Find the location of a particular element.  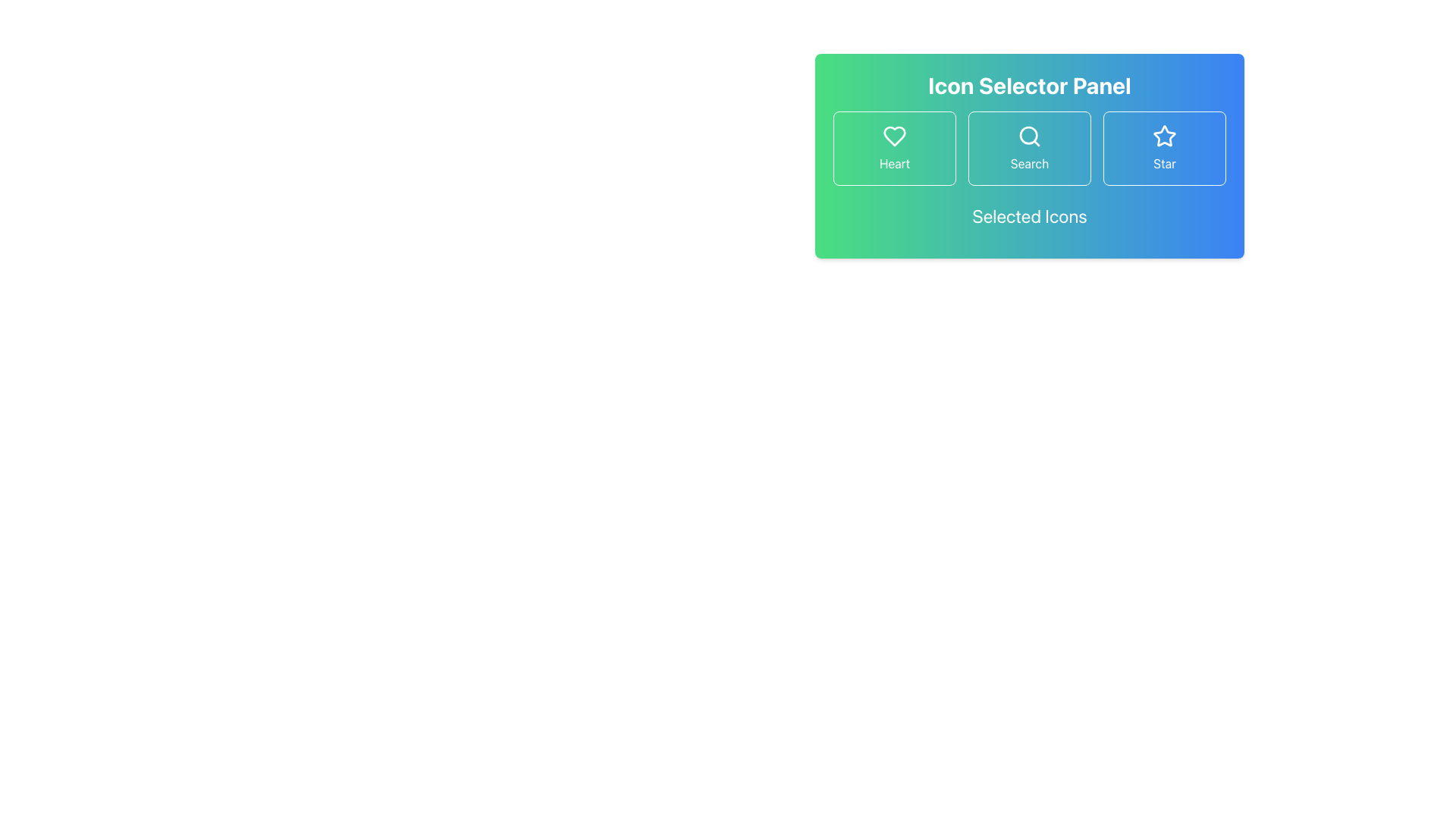

the heading text 'Selected Icons' which is styled with a large font size and located centrally within the 'Icon Selector Panel' beneath the Search icon is located at coordinates (1030, 216).